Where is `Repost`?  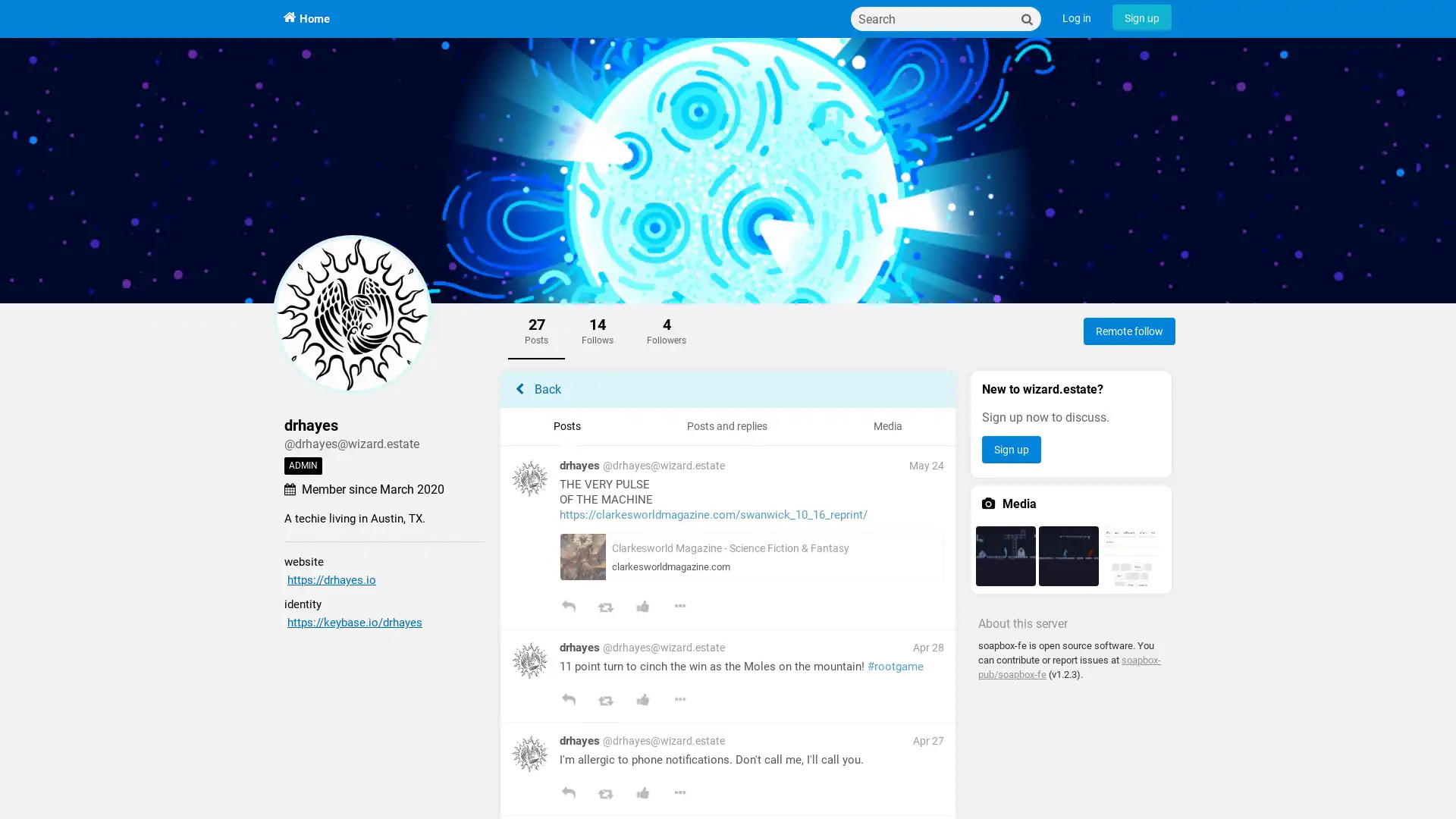 Repost is located at coordinates (604, 607).